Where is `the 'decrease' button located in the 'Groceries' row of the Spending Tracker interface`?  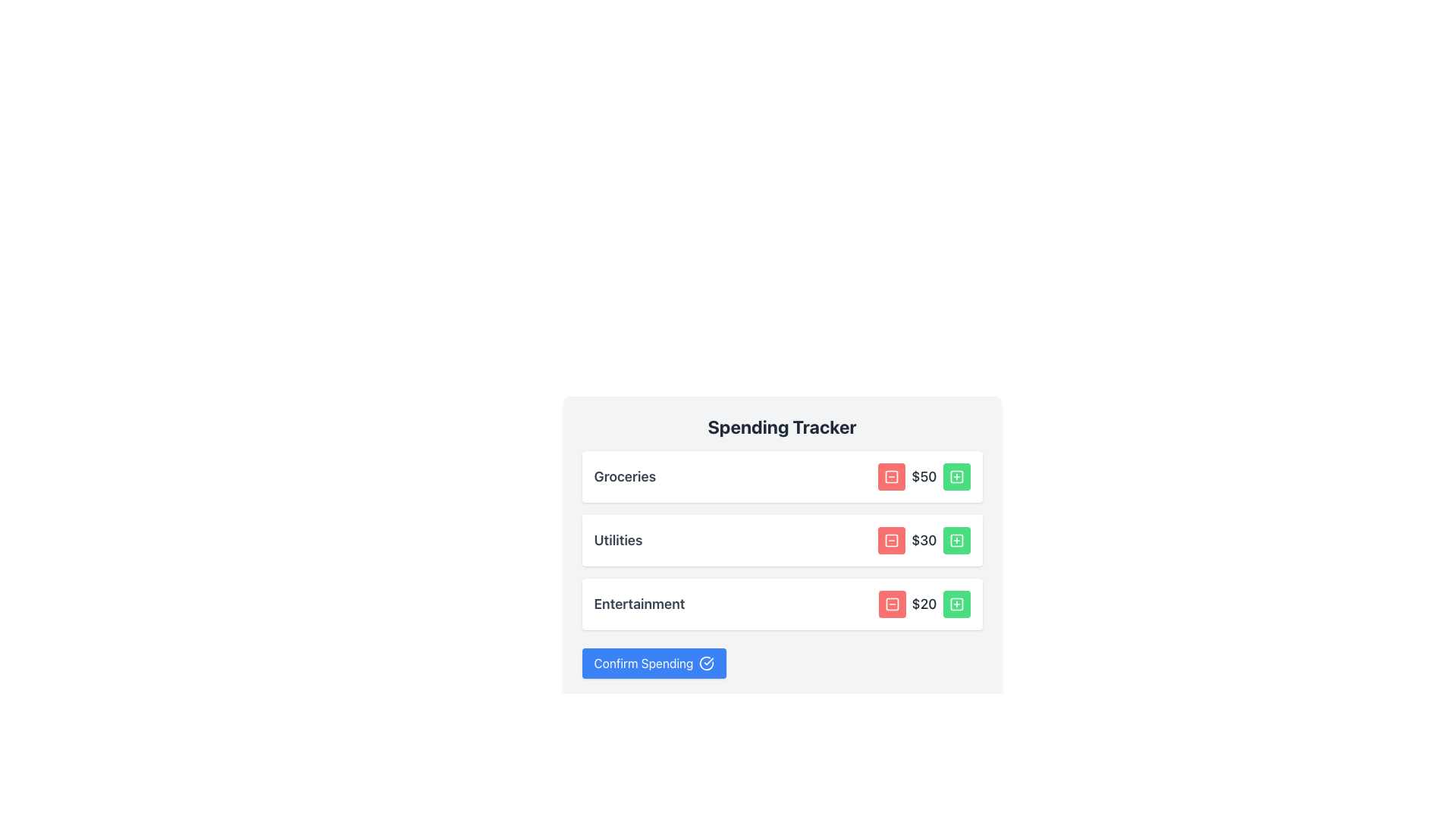 the 'decrease' button located in the 'Groceries' row of the Spending Tracker interface is located at coordinates (892, 475).